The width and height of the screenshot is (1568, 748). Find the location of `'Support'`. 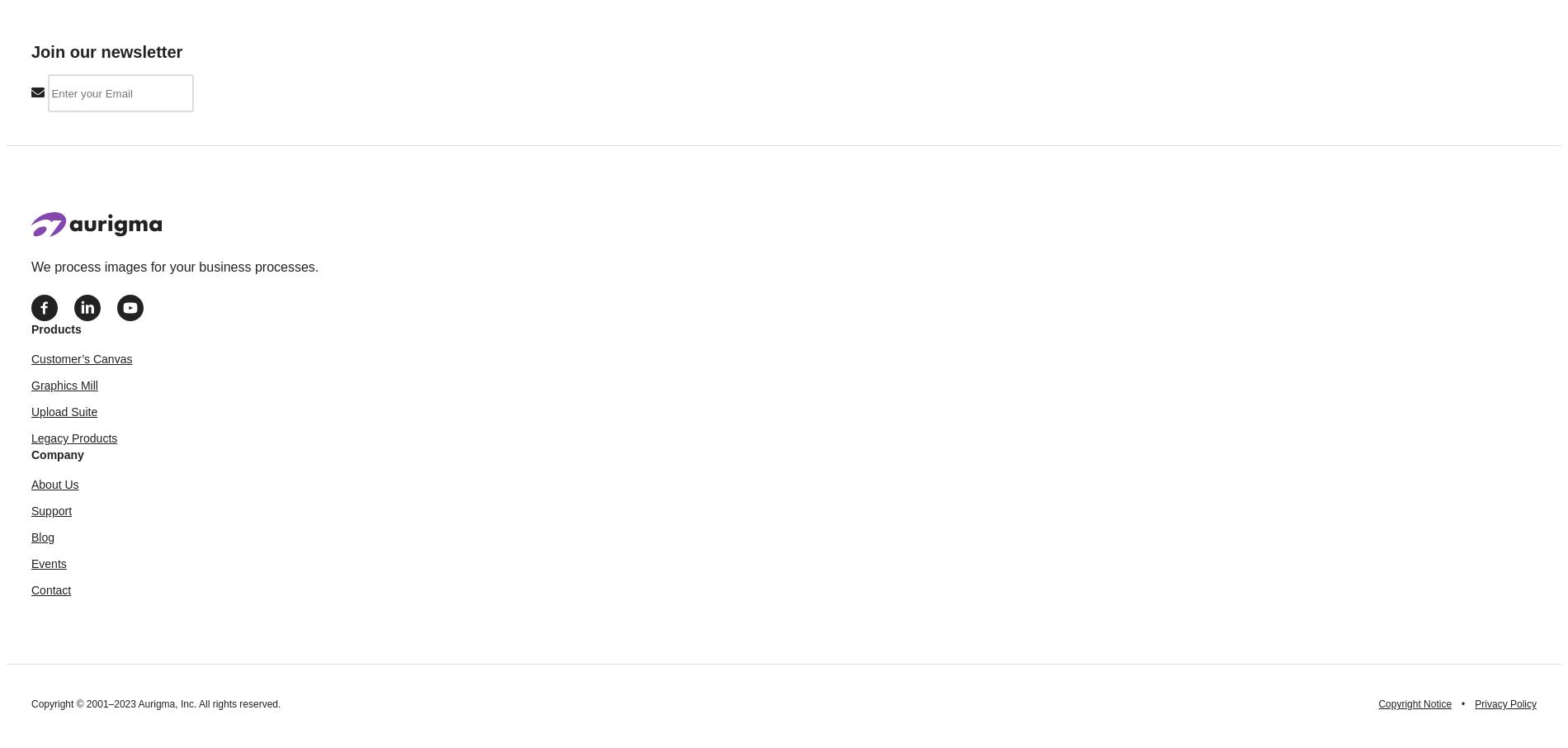

'Support' is located at coordinates (51, 510).